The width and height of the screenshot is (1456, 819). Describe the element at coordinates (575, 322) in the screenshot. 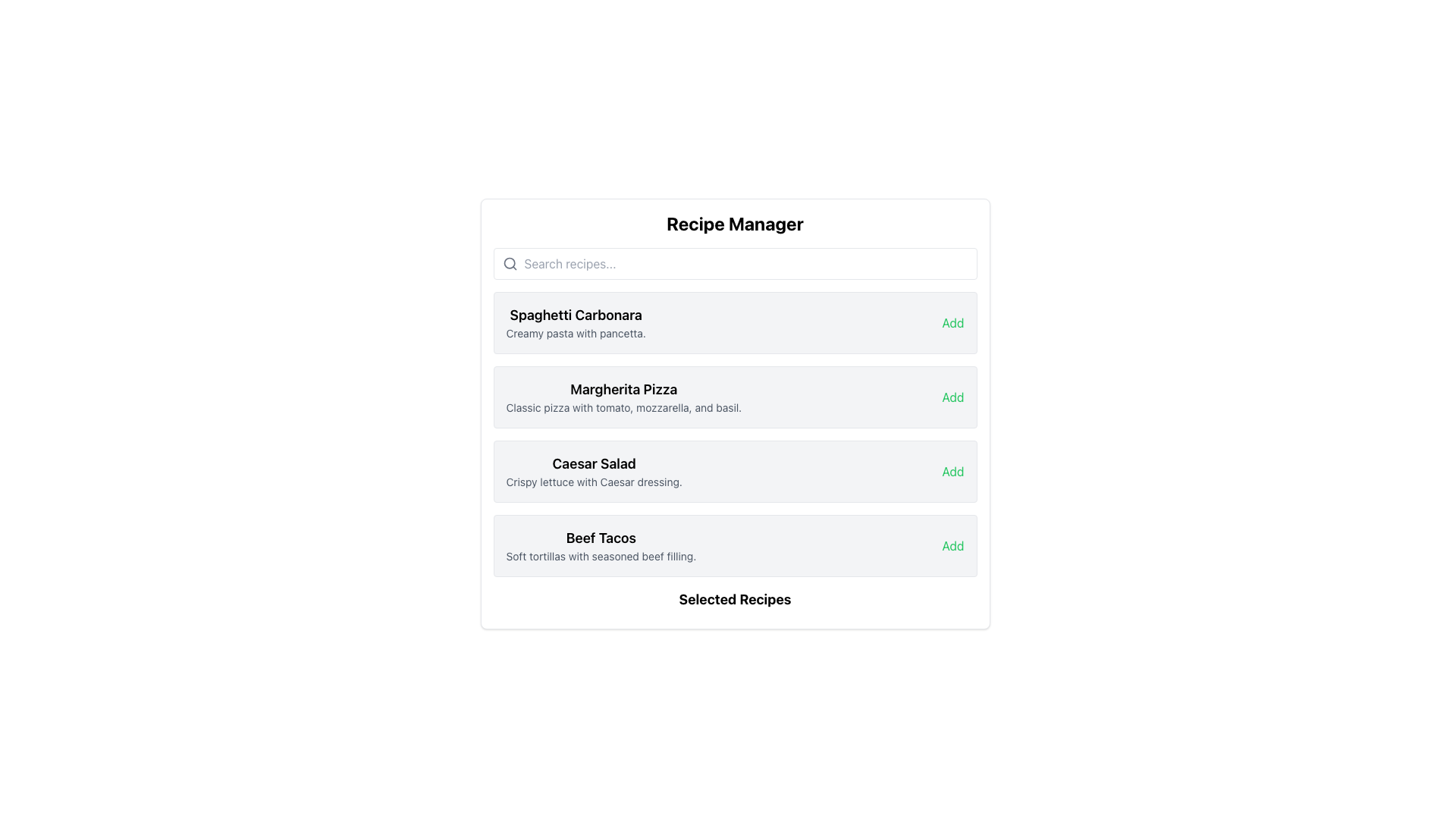

I see `descriptive label containing the title 'Spaghetti Carbonara' and the description 'Creamy pasta with pancetta.' located in the top-left area of the list under the 'Recipe Manager' heading` at that location.